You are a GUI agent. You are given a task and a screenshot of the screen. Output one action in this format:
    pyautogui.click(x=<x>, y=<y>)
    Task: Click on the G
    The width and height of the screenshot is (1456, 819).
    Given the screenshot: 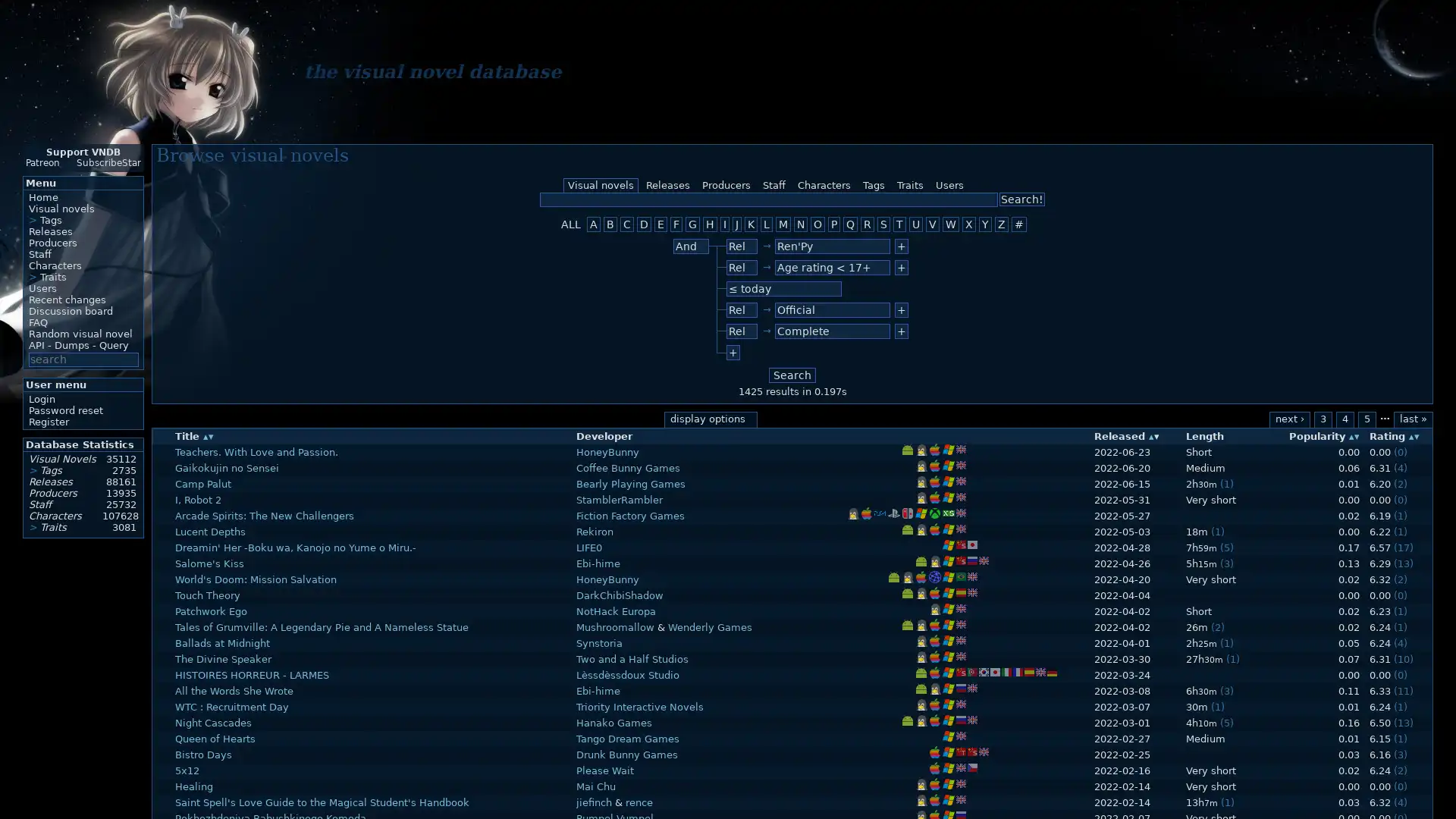 What is the action you would take?
    pyautogui.click(x=692, y=224)
    